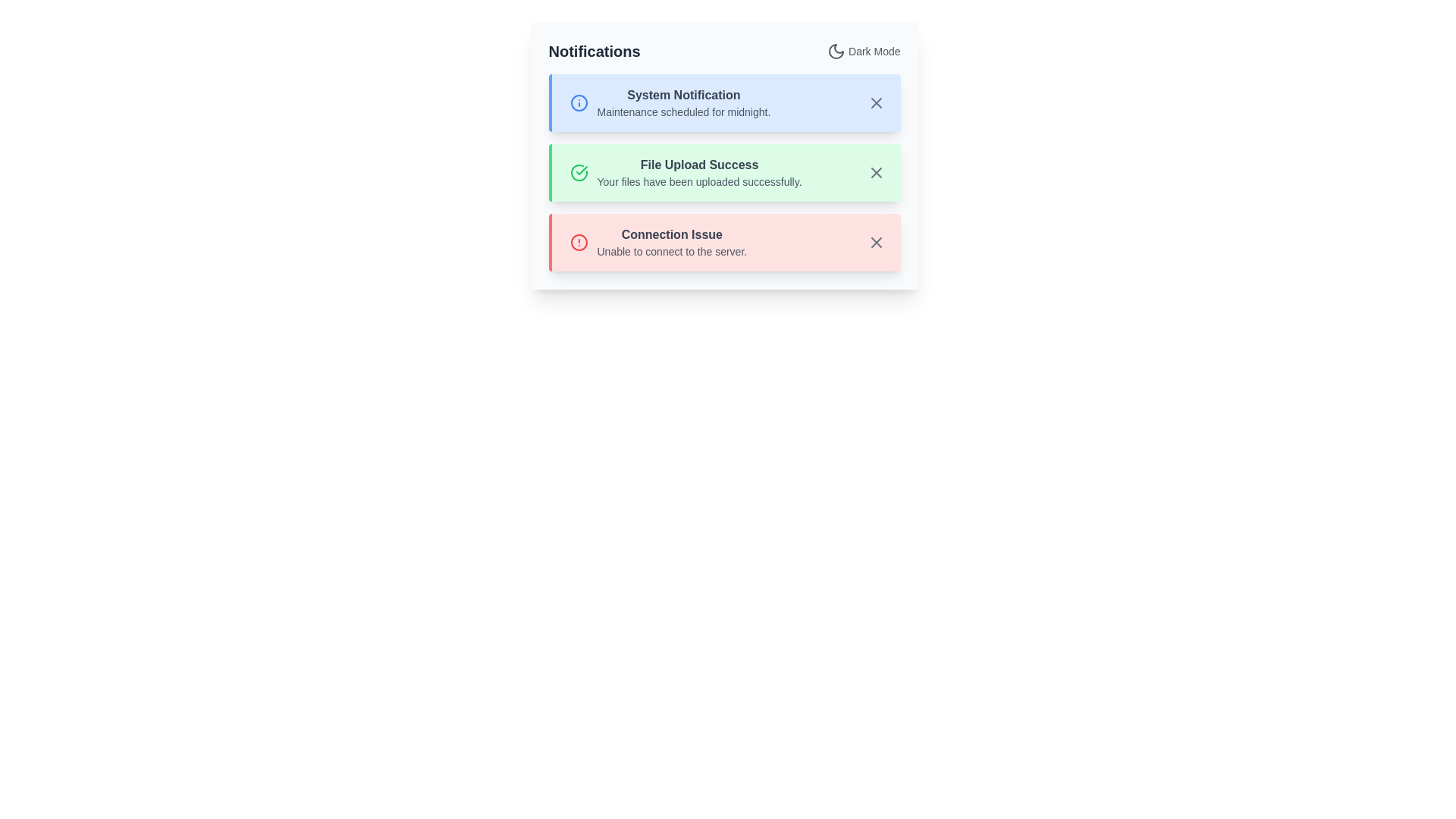 The width and height of the screenshot is (1456, 819). What do you see at coordinates (876, 171) in the screenshot?
I see `the dismissal icon button located on the far right-hand side of the green box containing the message 'File Upload Success'` at bounding box center [876, 171].